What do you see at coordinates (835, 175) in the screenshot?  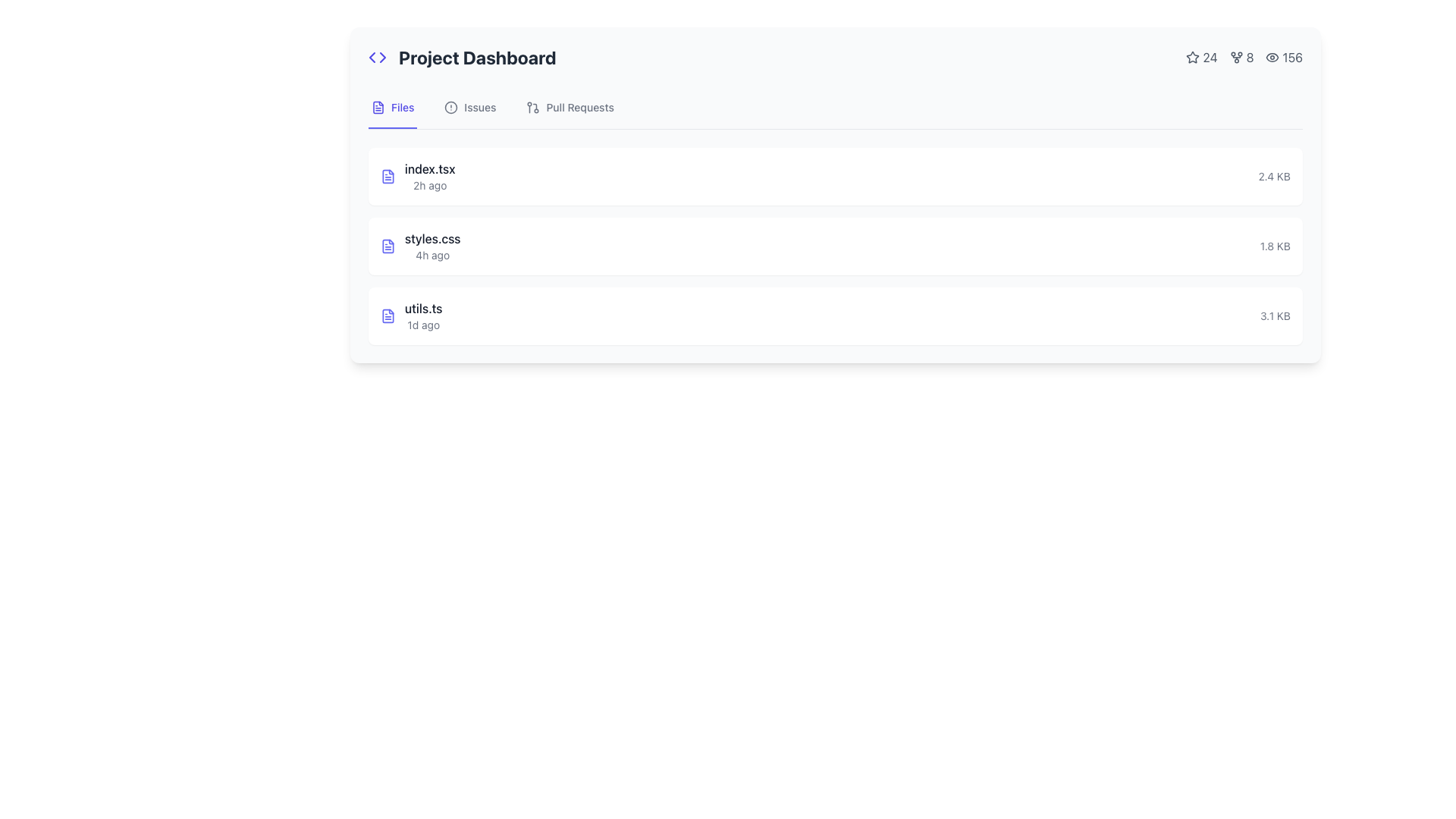 I see `the information display row containing the file name 'index.tsx', the timestamp '2h ago', and the file size '2.4 KB'` at bounding box center [835, 175].